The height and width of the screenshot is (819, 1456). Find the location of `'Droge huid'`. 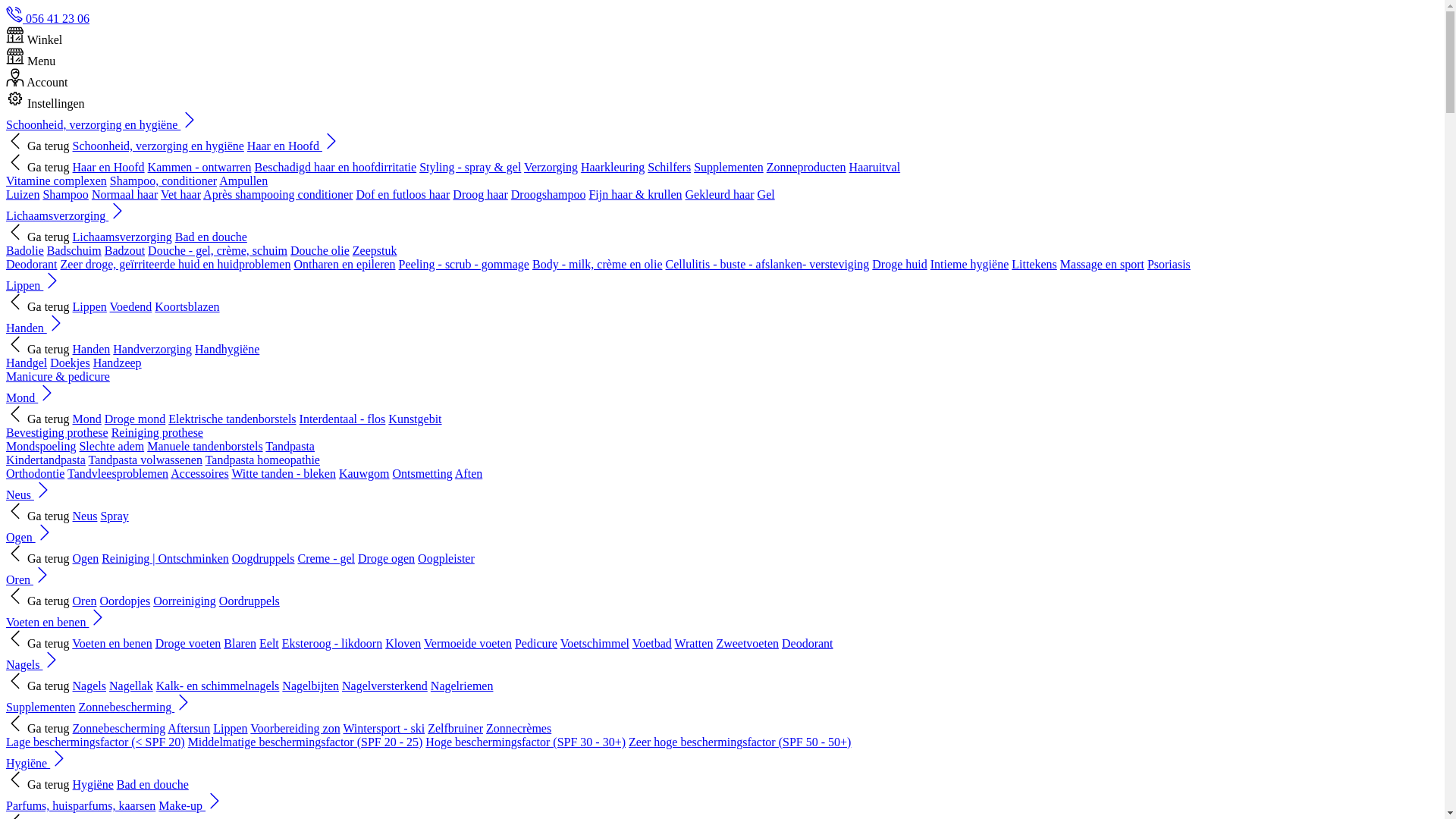

'Droge huid' is located at coordinates (899, 263).